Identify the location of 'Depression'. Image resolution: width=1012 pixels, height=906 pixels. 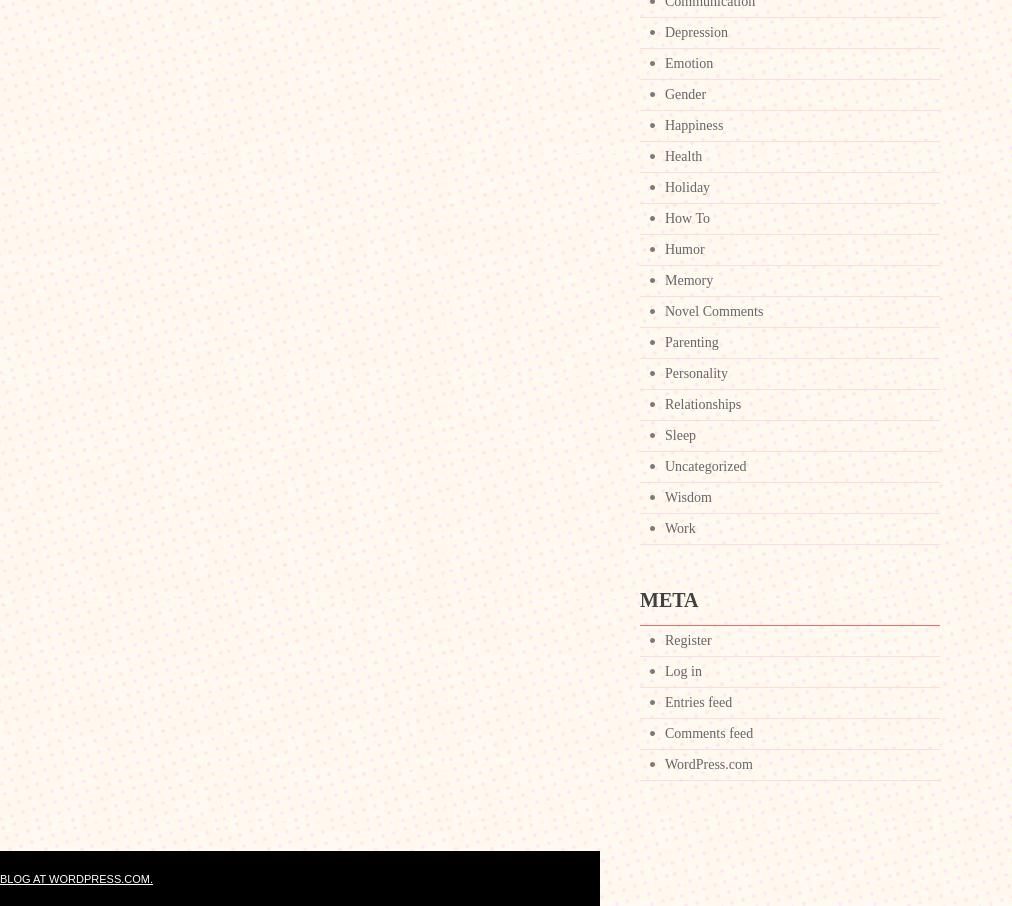
(696, 31).